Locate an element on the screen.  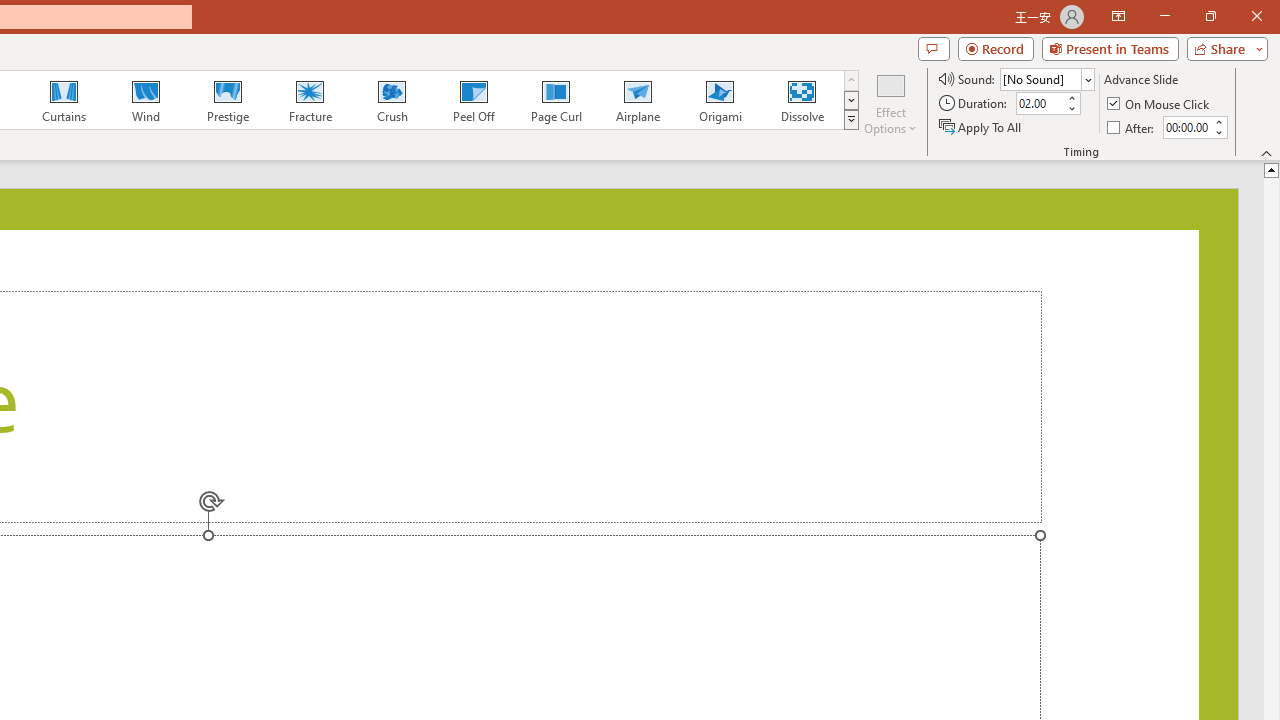
'On Mouse Click' is located at coordinates (1159, 103).